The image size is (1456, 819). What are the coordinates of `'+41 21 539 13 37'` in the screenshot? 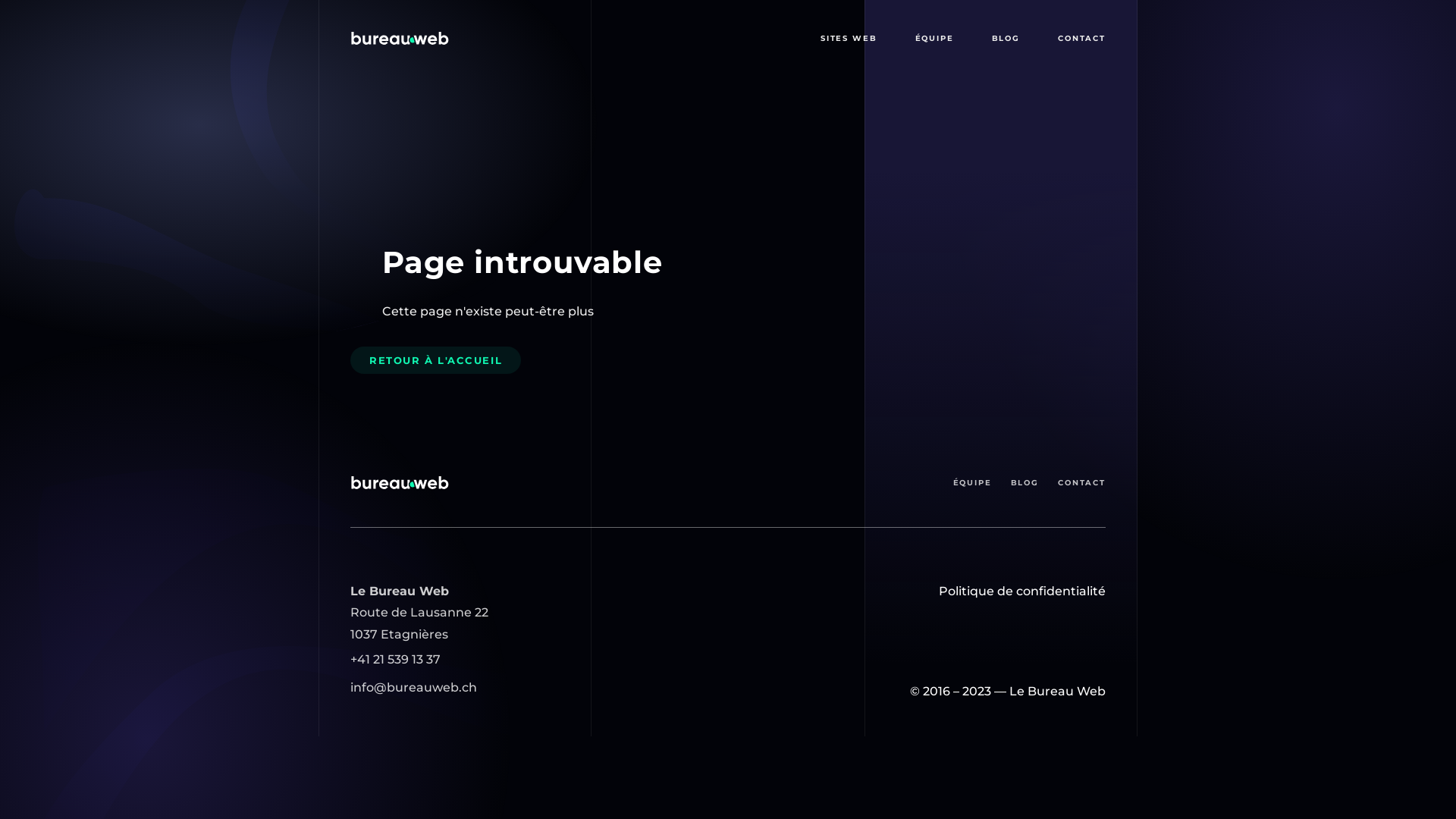 It's located at (395, 659).